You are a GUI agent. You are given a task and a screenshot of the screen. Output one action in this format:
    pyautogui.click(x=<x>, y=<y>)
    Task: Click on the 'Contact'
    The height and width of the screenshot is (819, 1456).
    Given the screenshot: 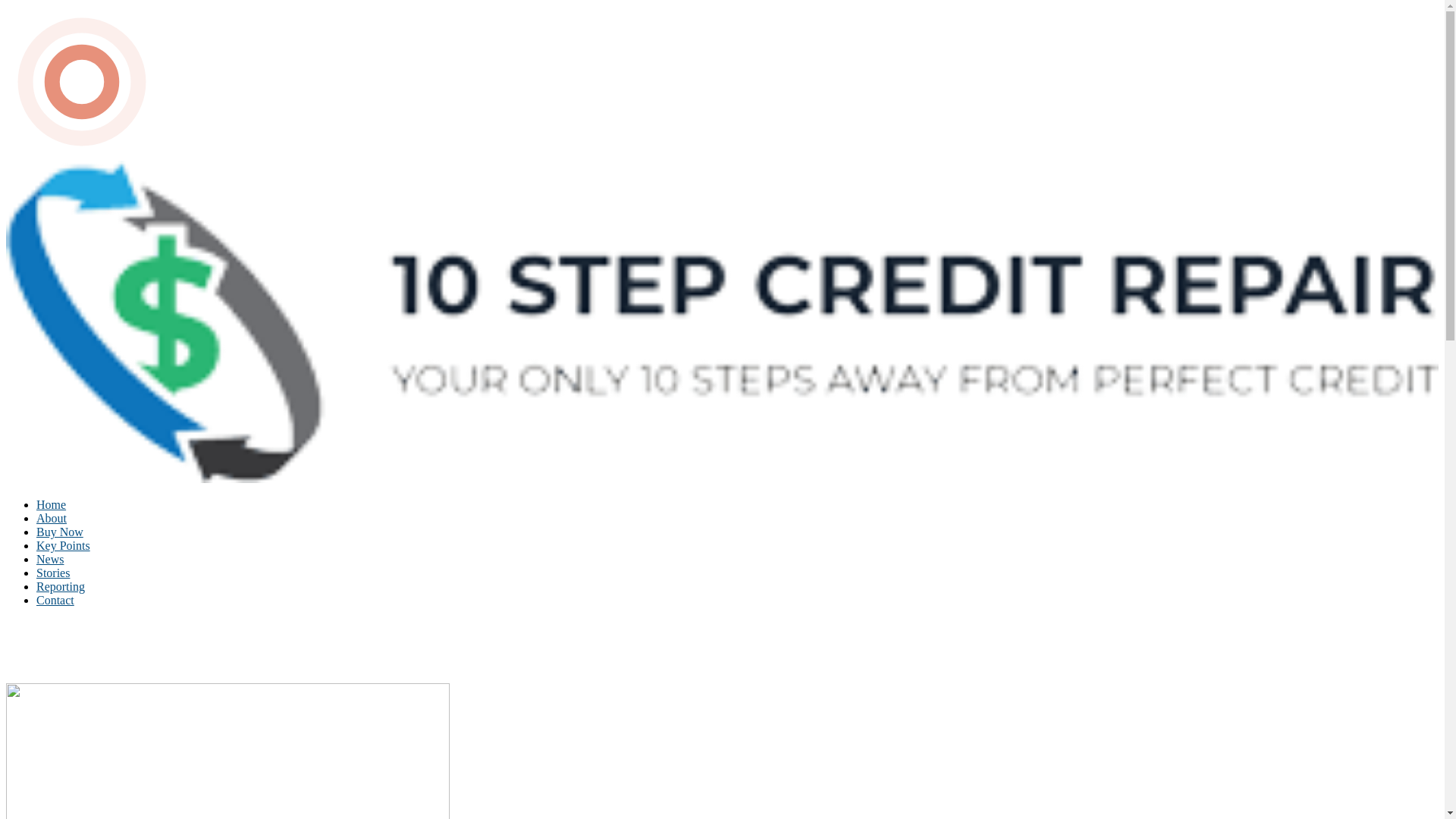 What is the action you would take?
    pyautogui.click(x=55, y=599)
    